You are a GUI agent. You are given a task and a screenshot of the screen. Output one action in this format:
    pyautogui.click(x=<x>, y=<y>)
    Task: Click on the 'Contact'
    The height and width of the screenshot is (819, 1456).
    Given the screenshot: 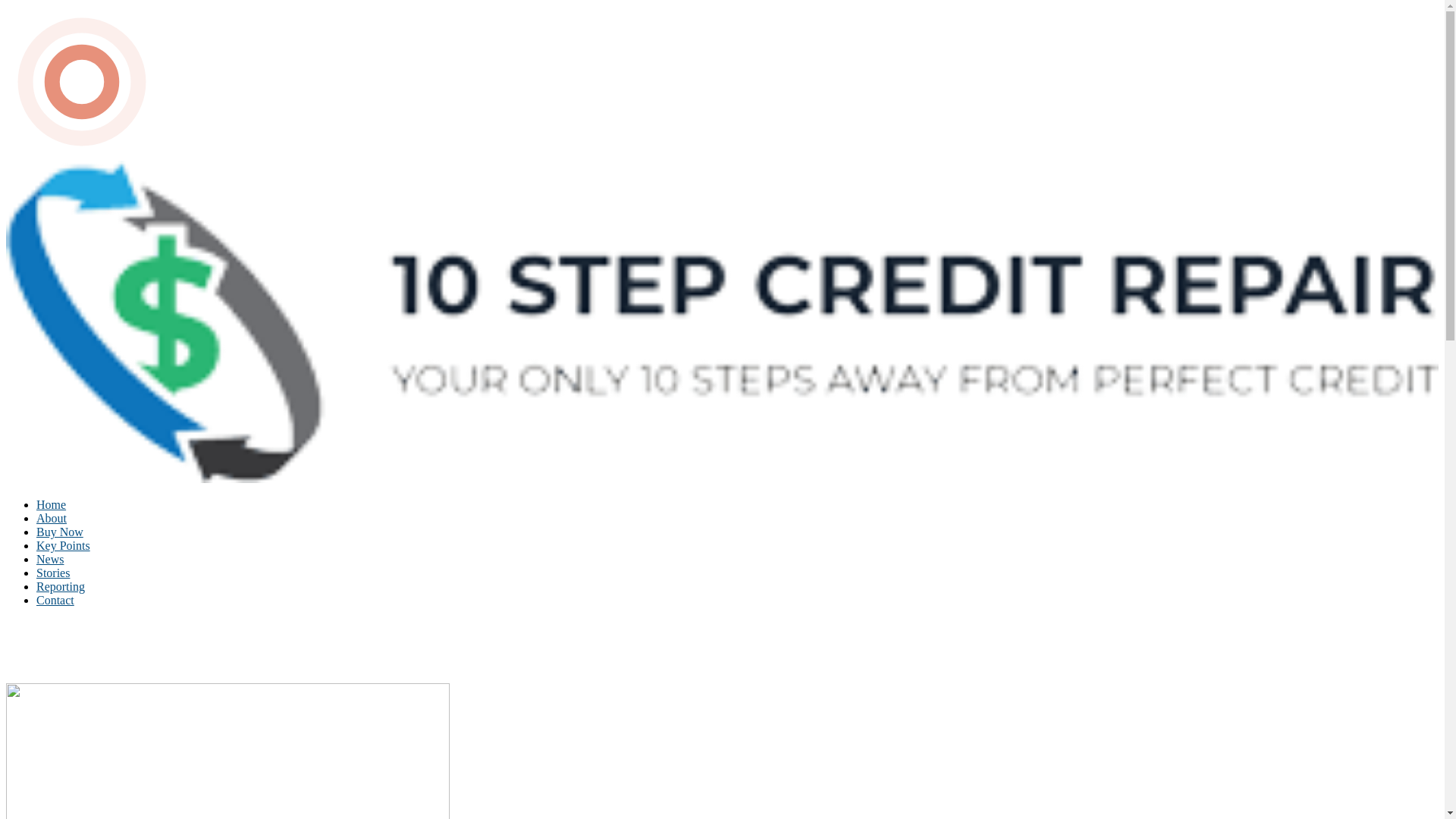 What is the action you would take?
    pyautogui.click(x=55, y=599)
    